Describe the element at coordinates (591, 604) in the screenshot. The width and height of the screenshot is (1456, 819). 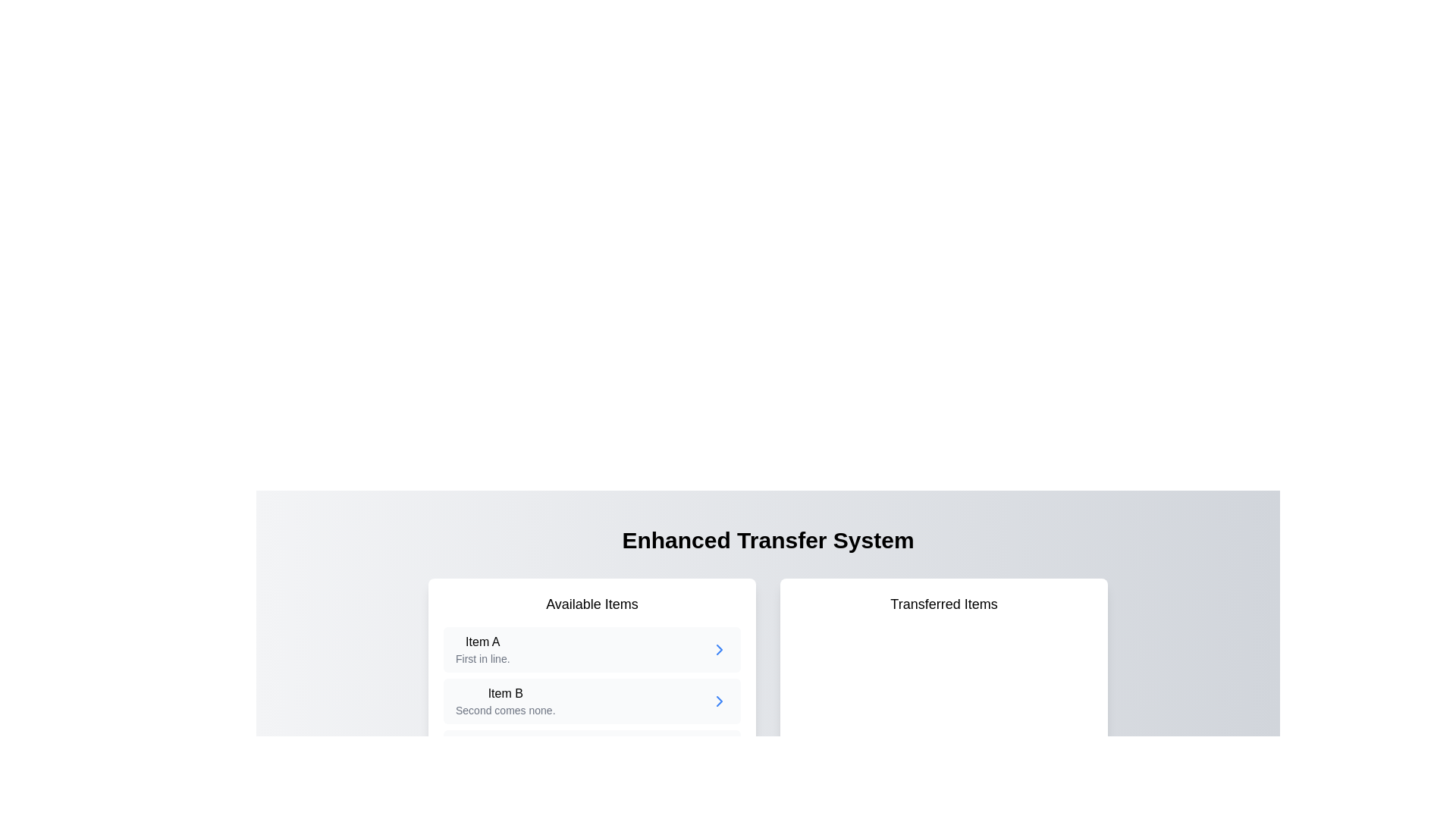
I see `the static text heading that labels the content below as a list of available items, positioned at the top-center of a white rectangular box with rounded corners` at that location.